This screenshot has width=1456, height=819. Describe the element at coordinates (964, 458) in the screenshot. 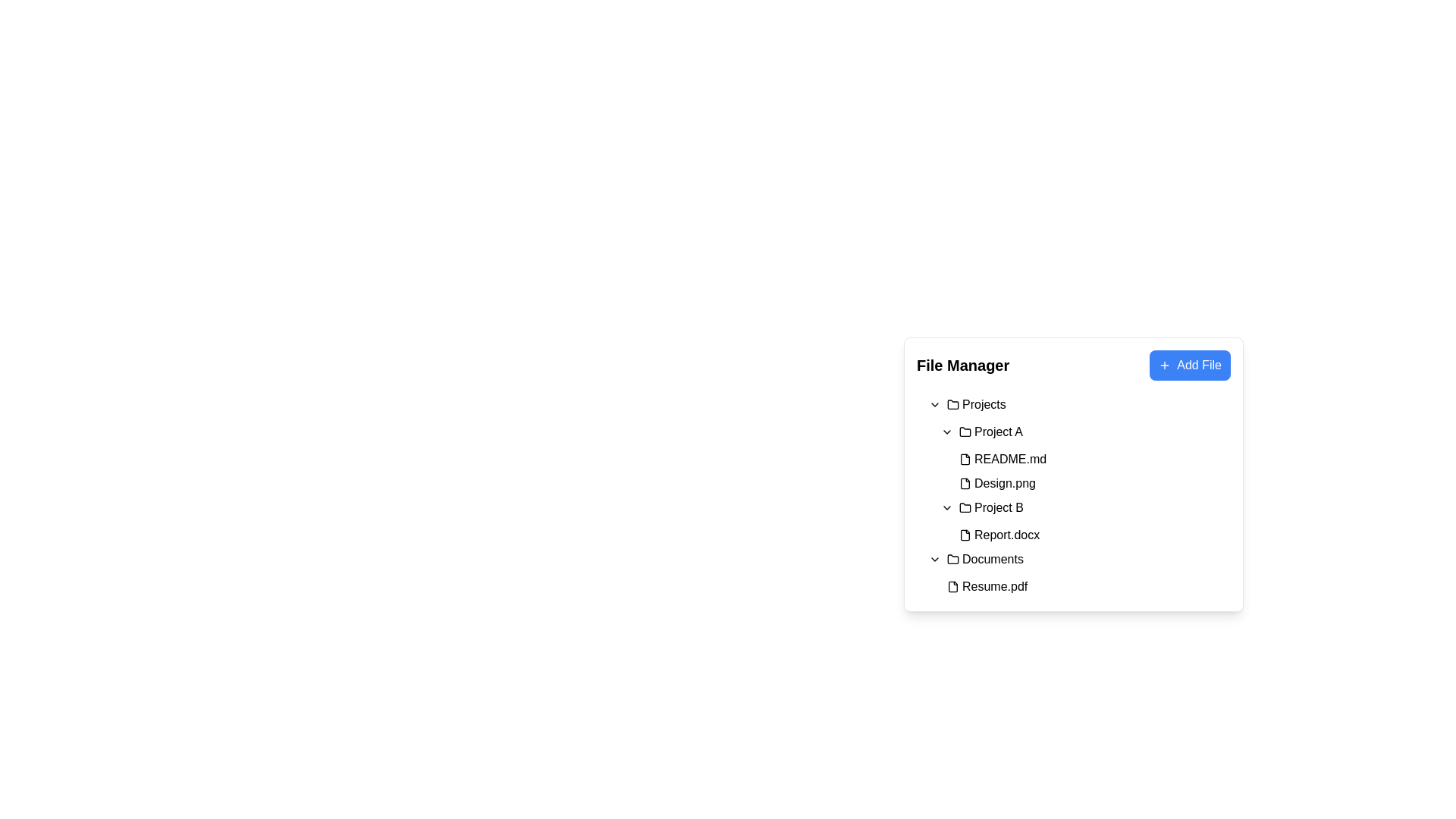

I see `the file icon representing 'README.md' in the file manager interface` at that location.